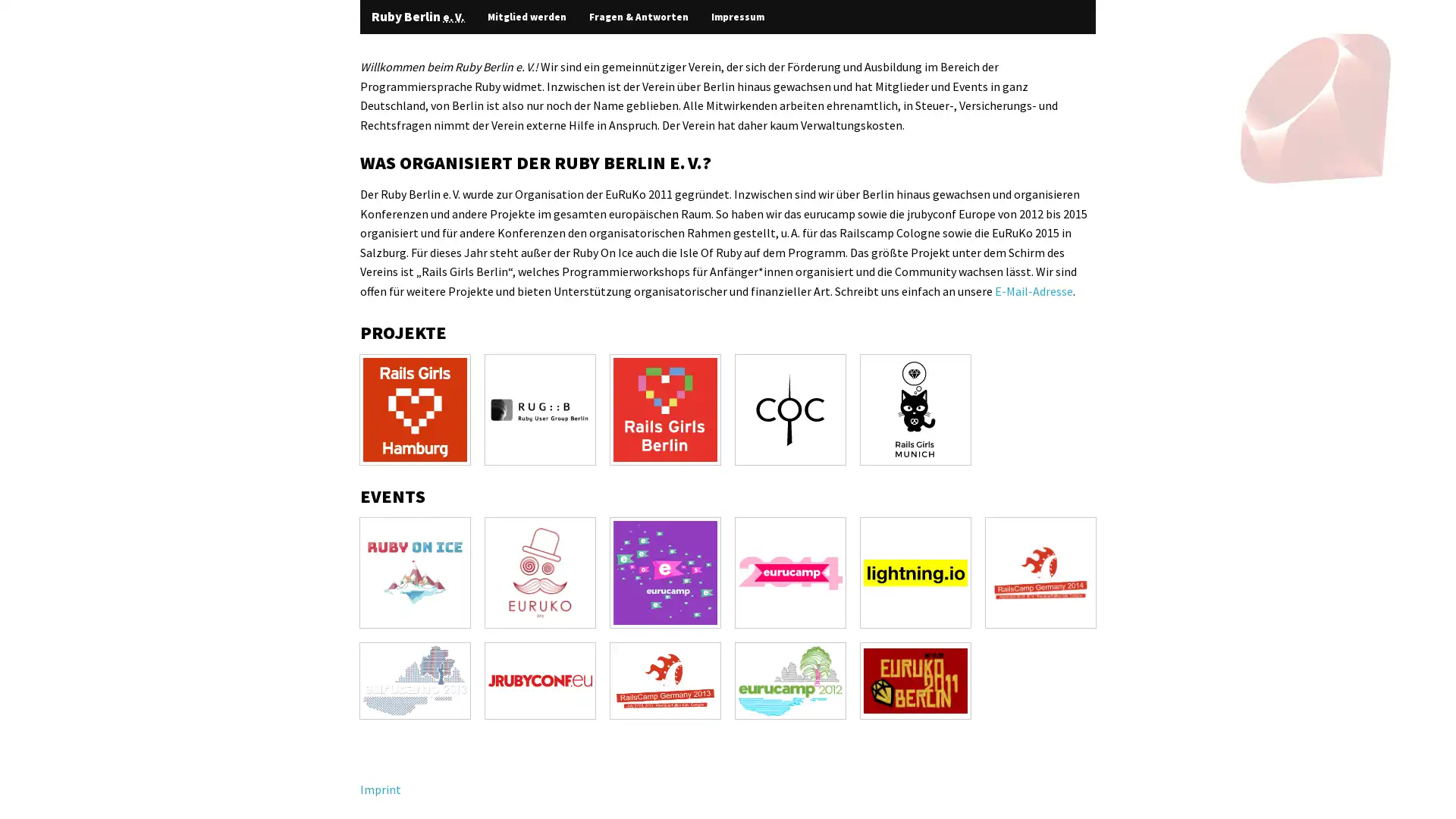 The image size is (1456, 819). Describe the element at coordinates (540, 679) in the screenshot. I see `Jrubyconf` at that location.